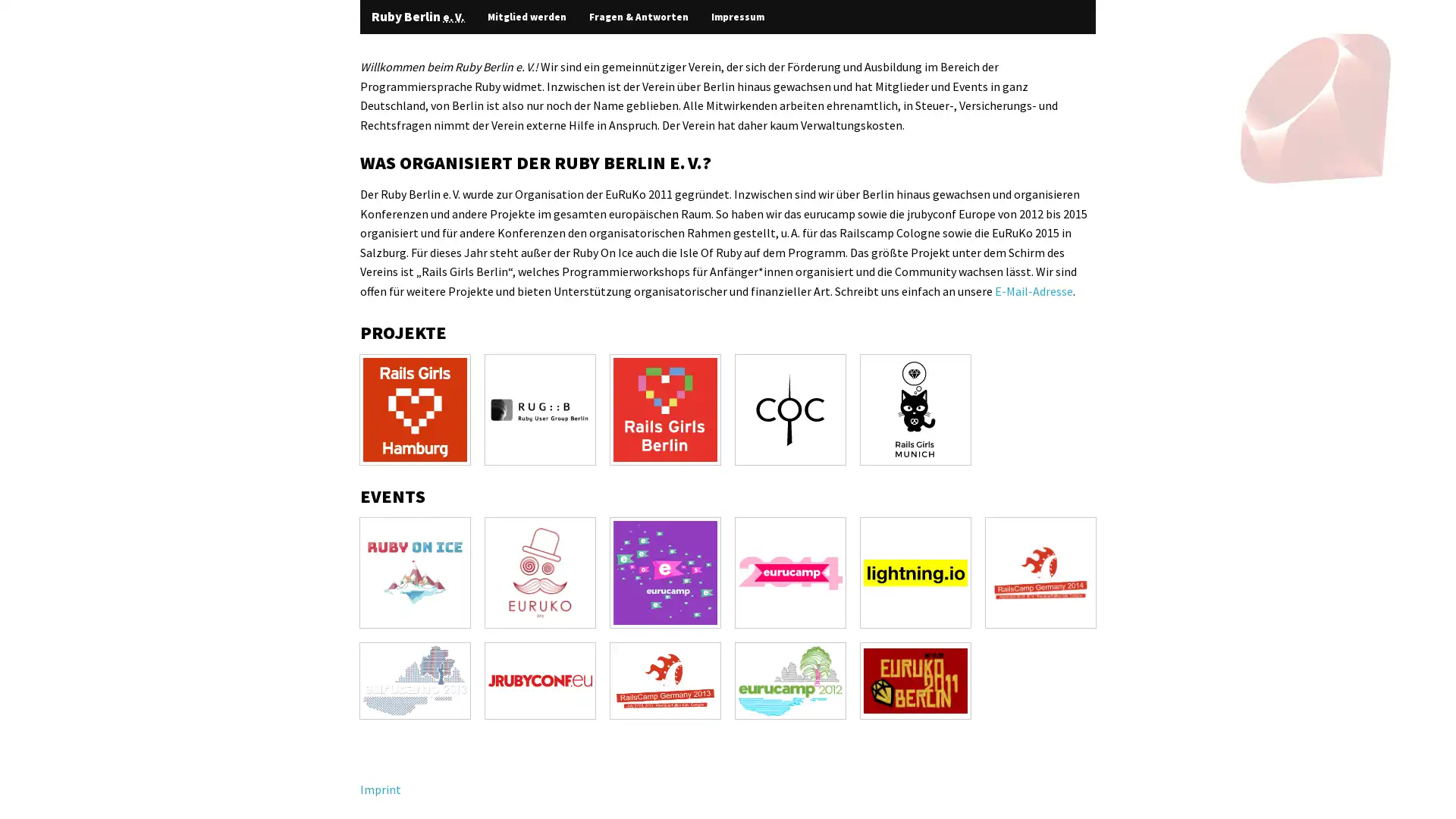 The image size is (1456, 819). Describe the element at coordinates (540, 679) in the screenshot. I see `Jrubyconf` at that location.